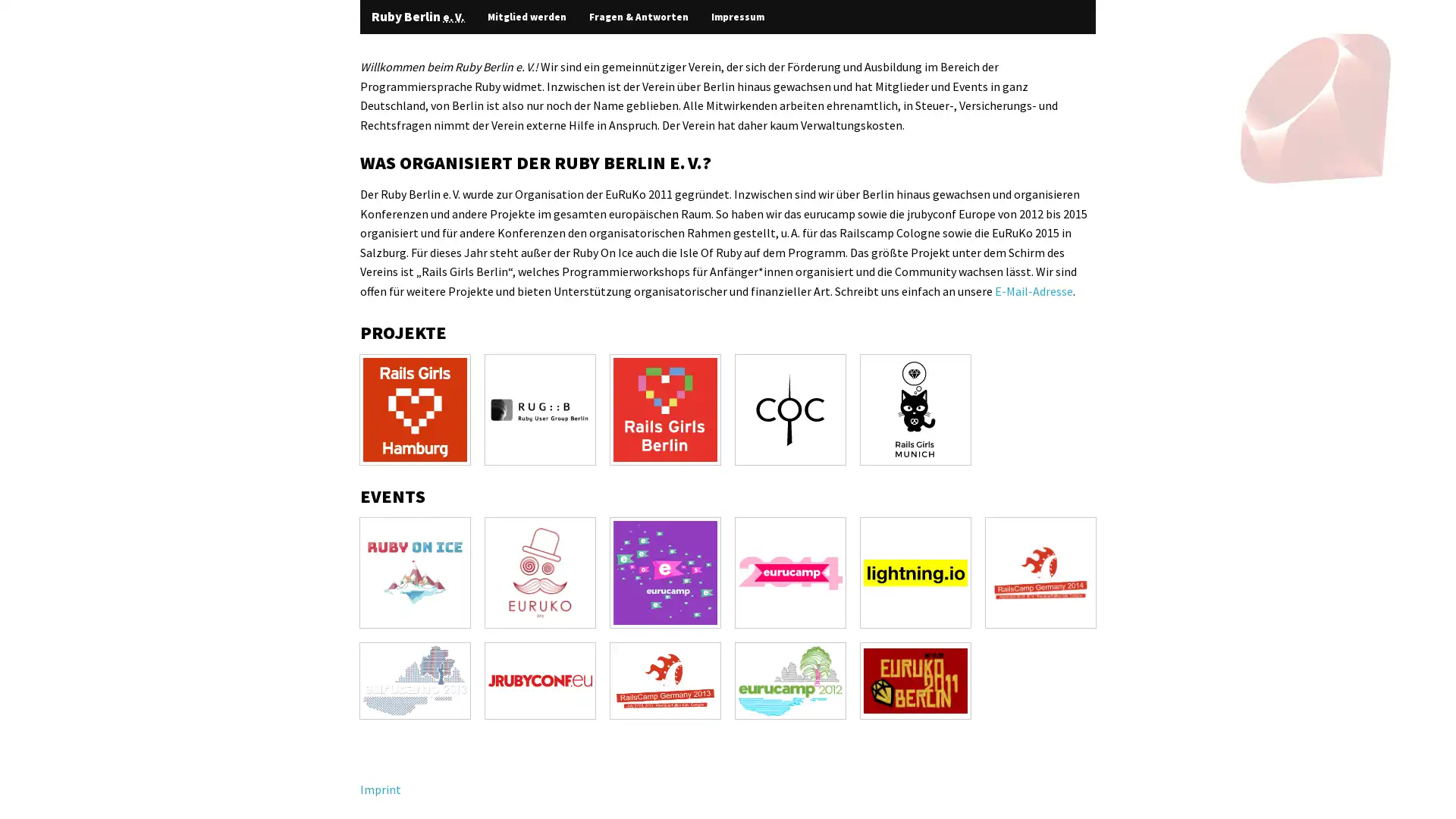 The image size is (1456, 819). Describe the element at coordinates (540, 679) in the screenshot. I see `Jrubyconf` at that location.